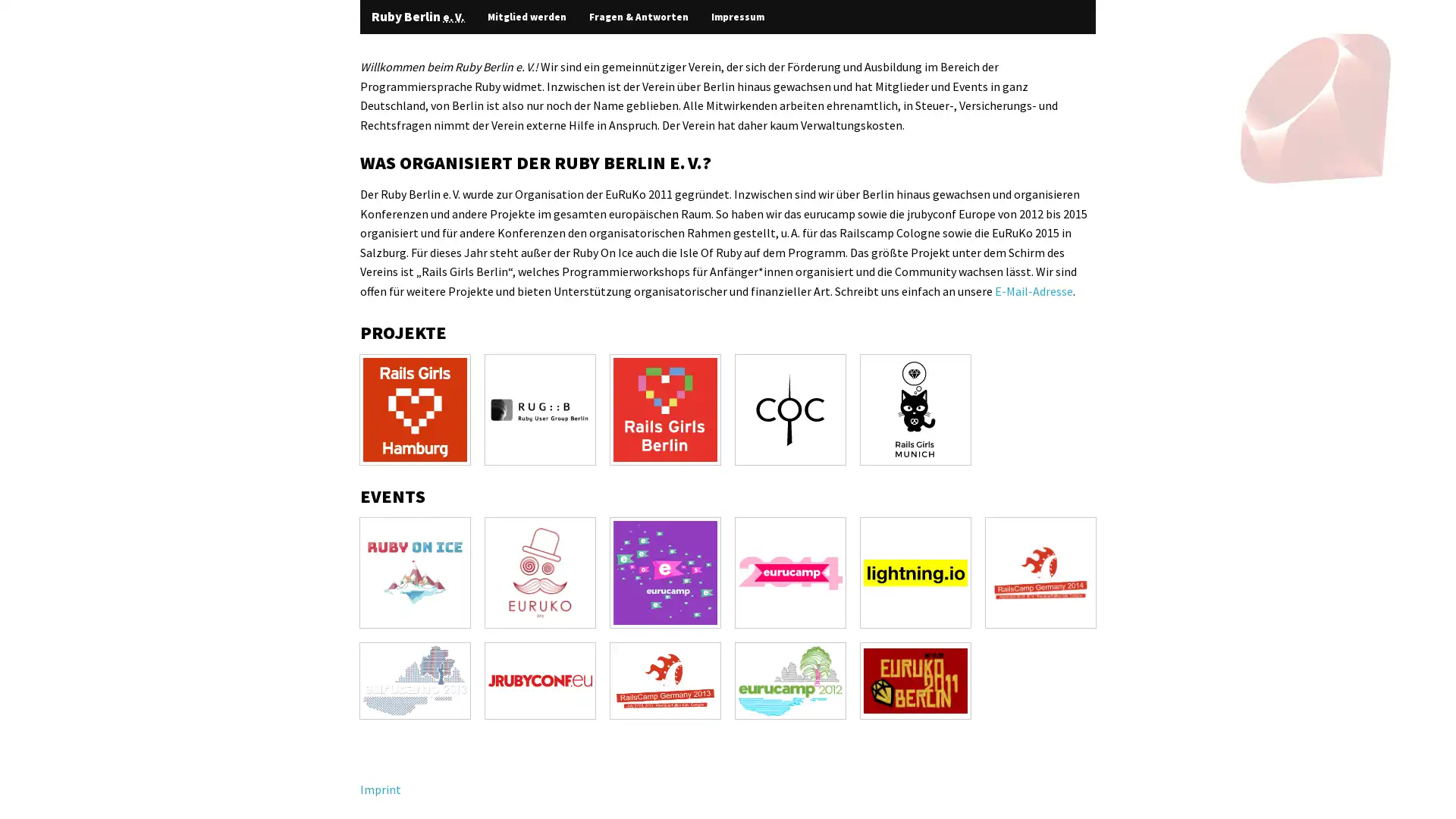 The image size is (1456, 819). Describe the element at coordinates (540, 679) in the screenshot. I see `Jrubyconf` at that location.